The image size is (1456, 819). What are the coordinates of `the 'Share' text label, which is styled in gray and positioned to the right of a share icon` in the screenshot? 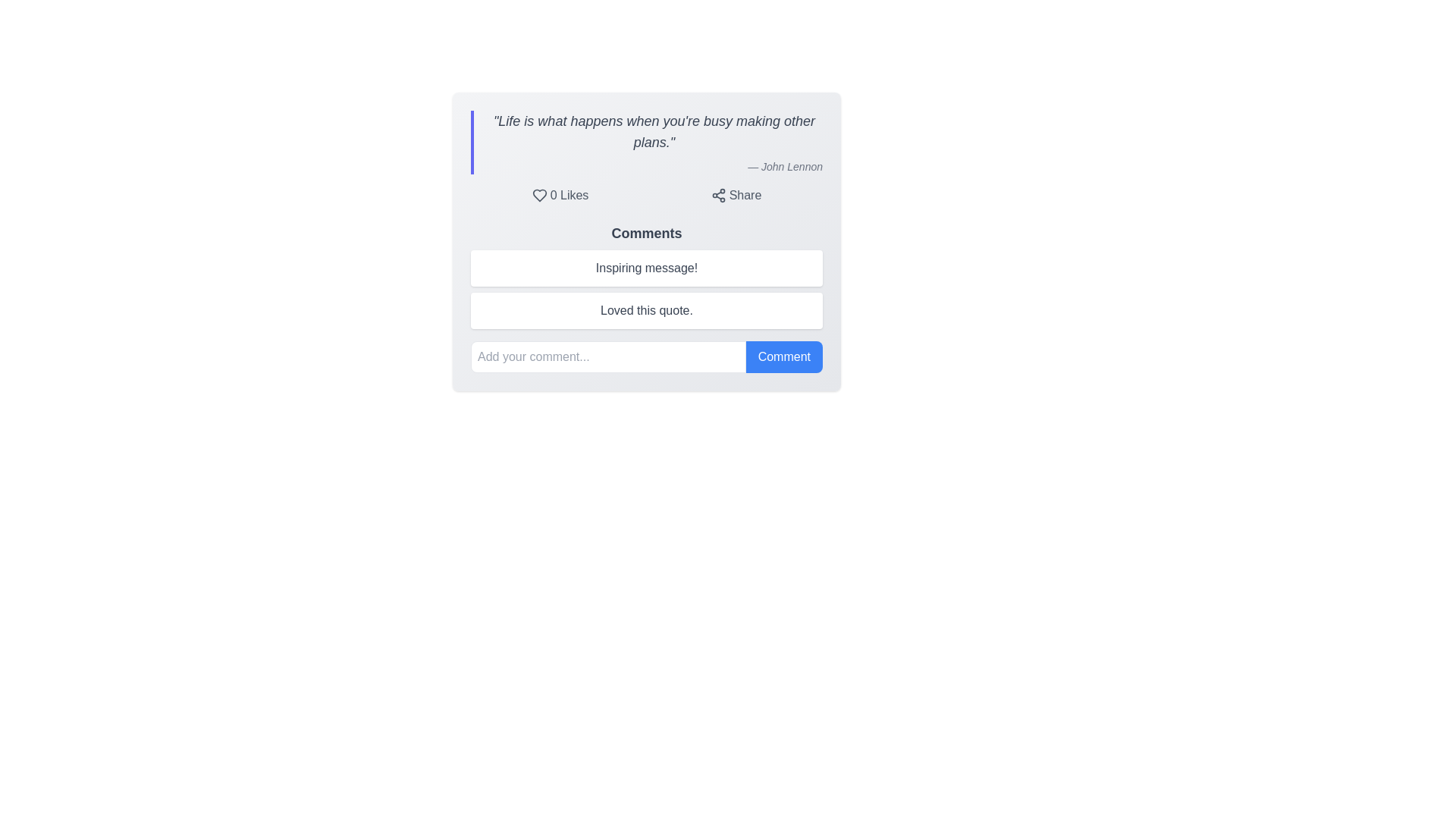 It's located at (745, 195).